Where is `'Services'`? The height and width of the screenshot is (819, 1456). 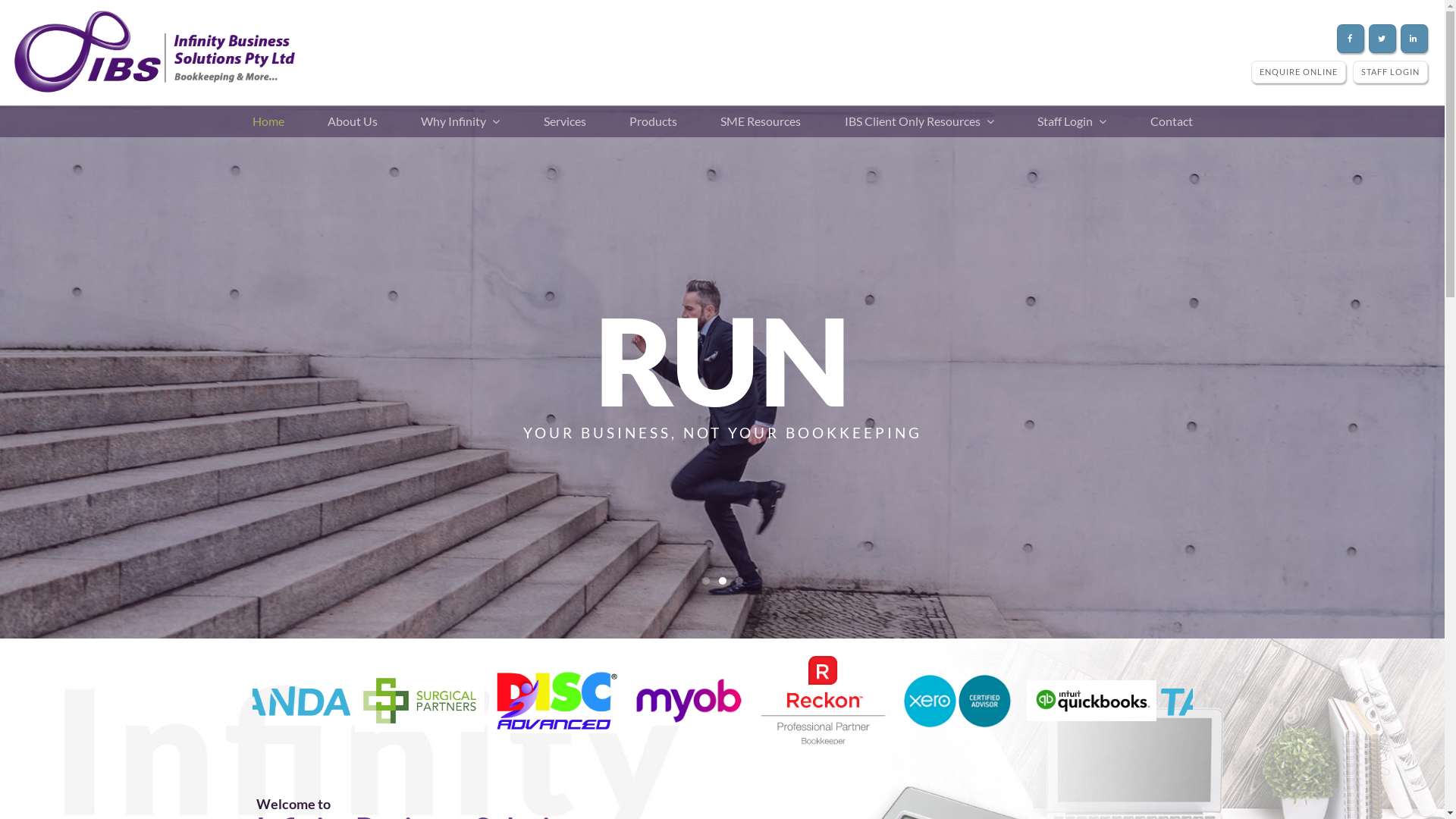
'Services' is located at coordinates (535, 120).